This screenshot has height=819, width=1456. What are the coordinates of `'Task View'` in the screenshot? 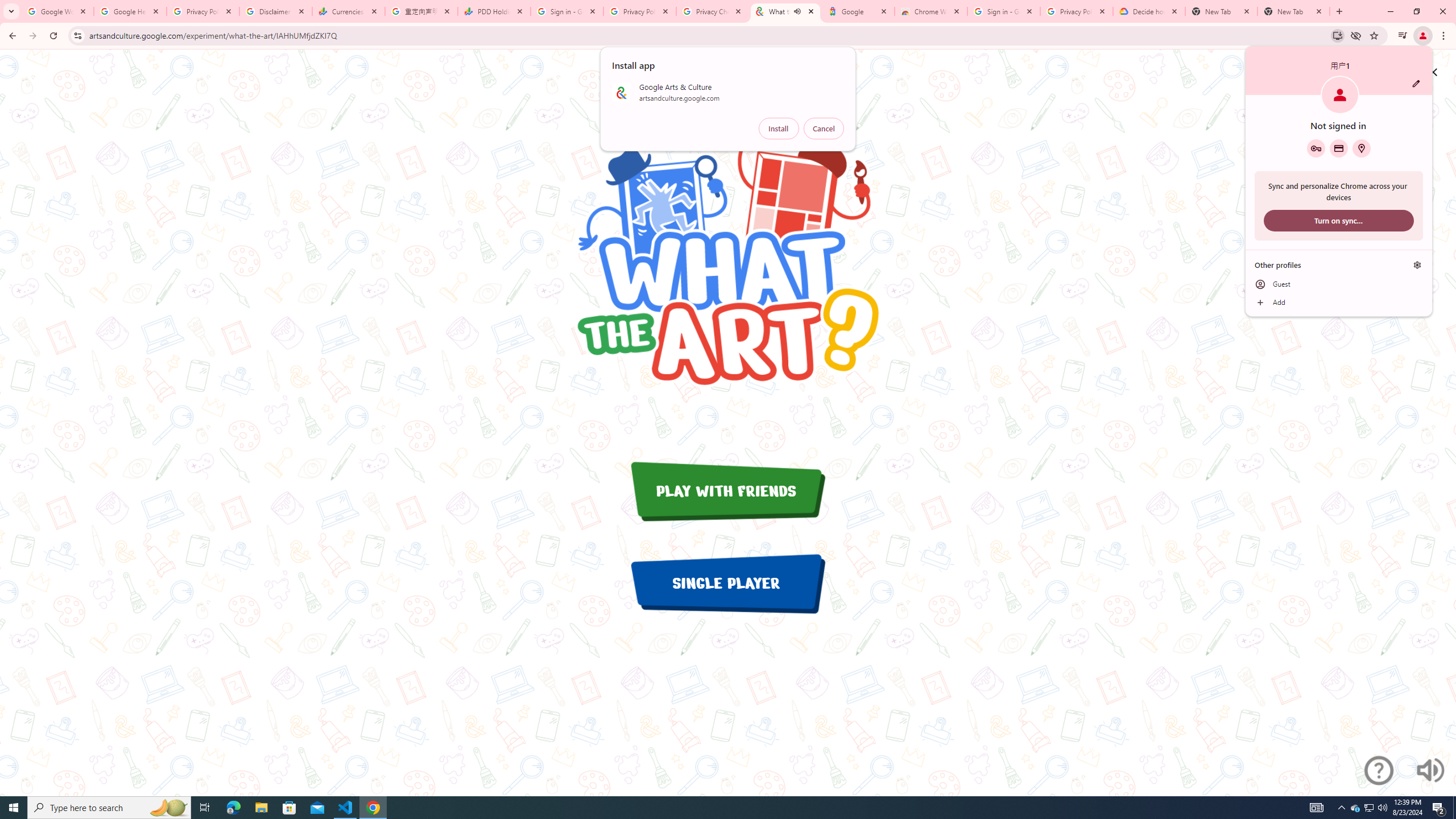 It's located at (204, 806).